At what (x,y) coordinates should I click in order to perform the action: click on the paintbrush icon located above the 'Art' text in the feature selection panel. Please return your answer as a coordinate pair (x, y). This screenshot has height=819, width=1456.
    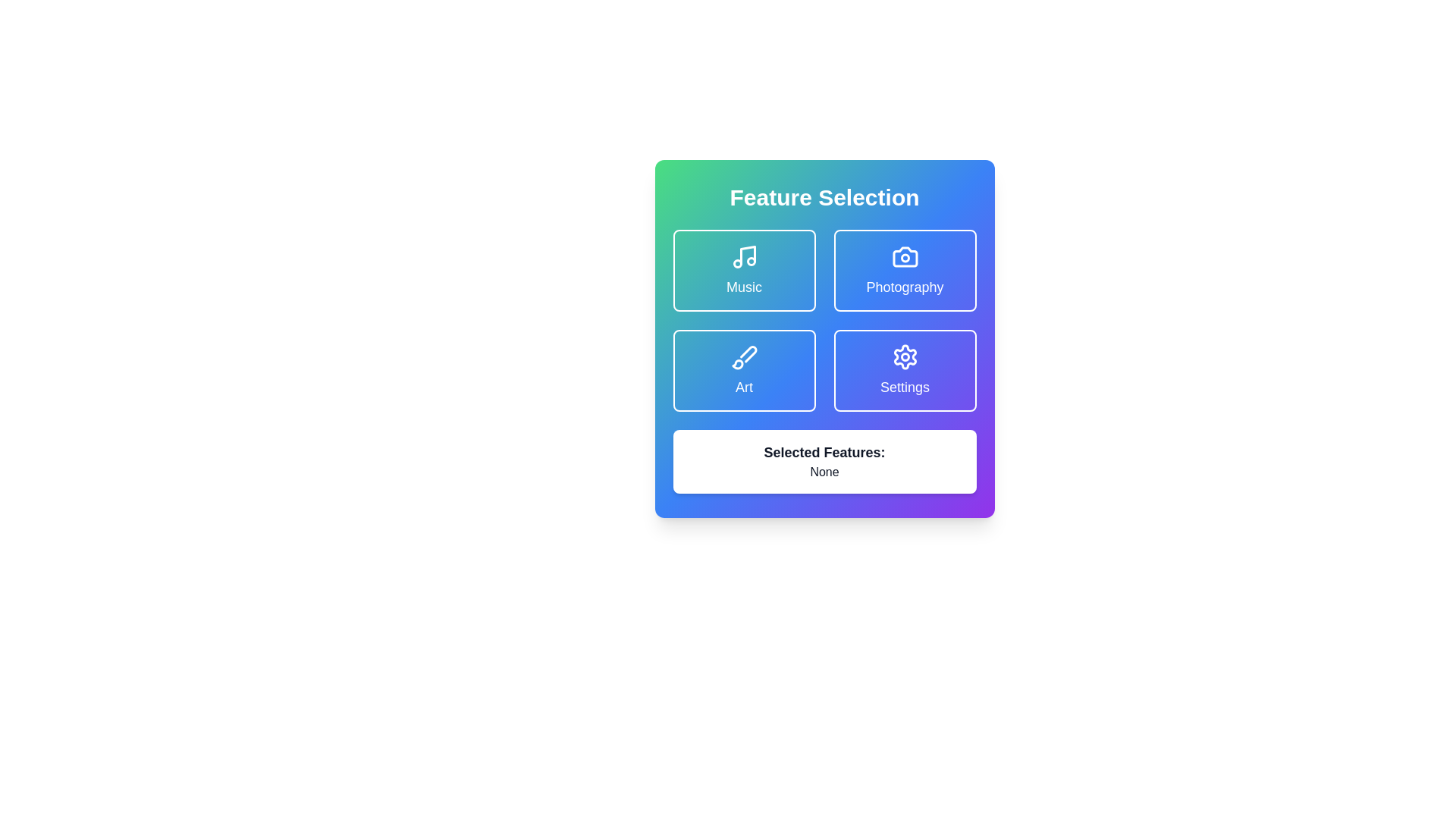
    Looking at the image, I should click on (744, 356).